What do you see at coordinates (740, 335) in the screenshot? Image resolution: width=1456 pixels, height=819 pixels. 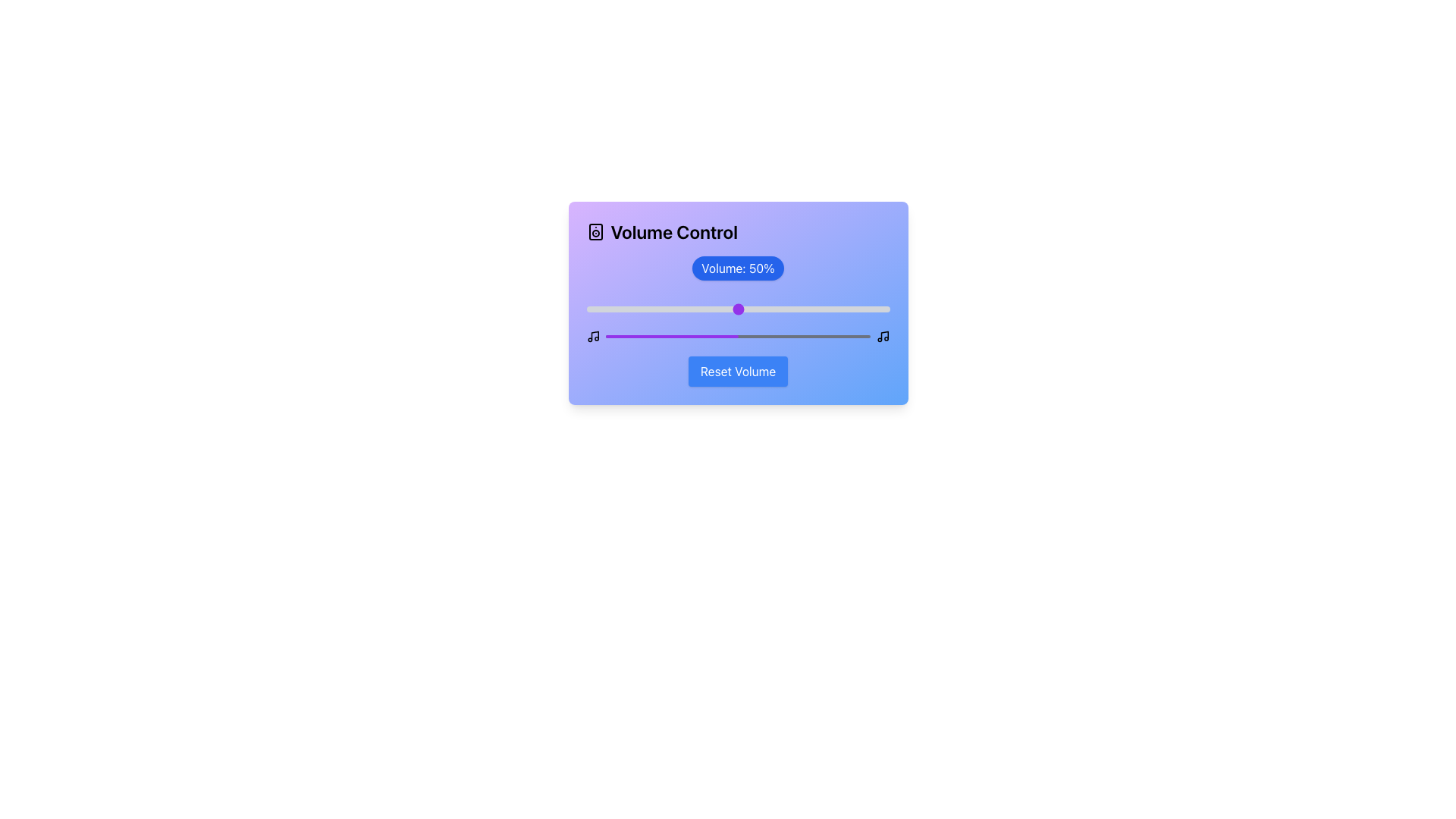 I see `the volume` at bounding box center [740, 335].